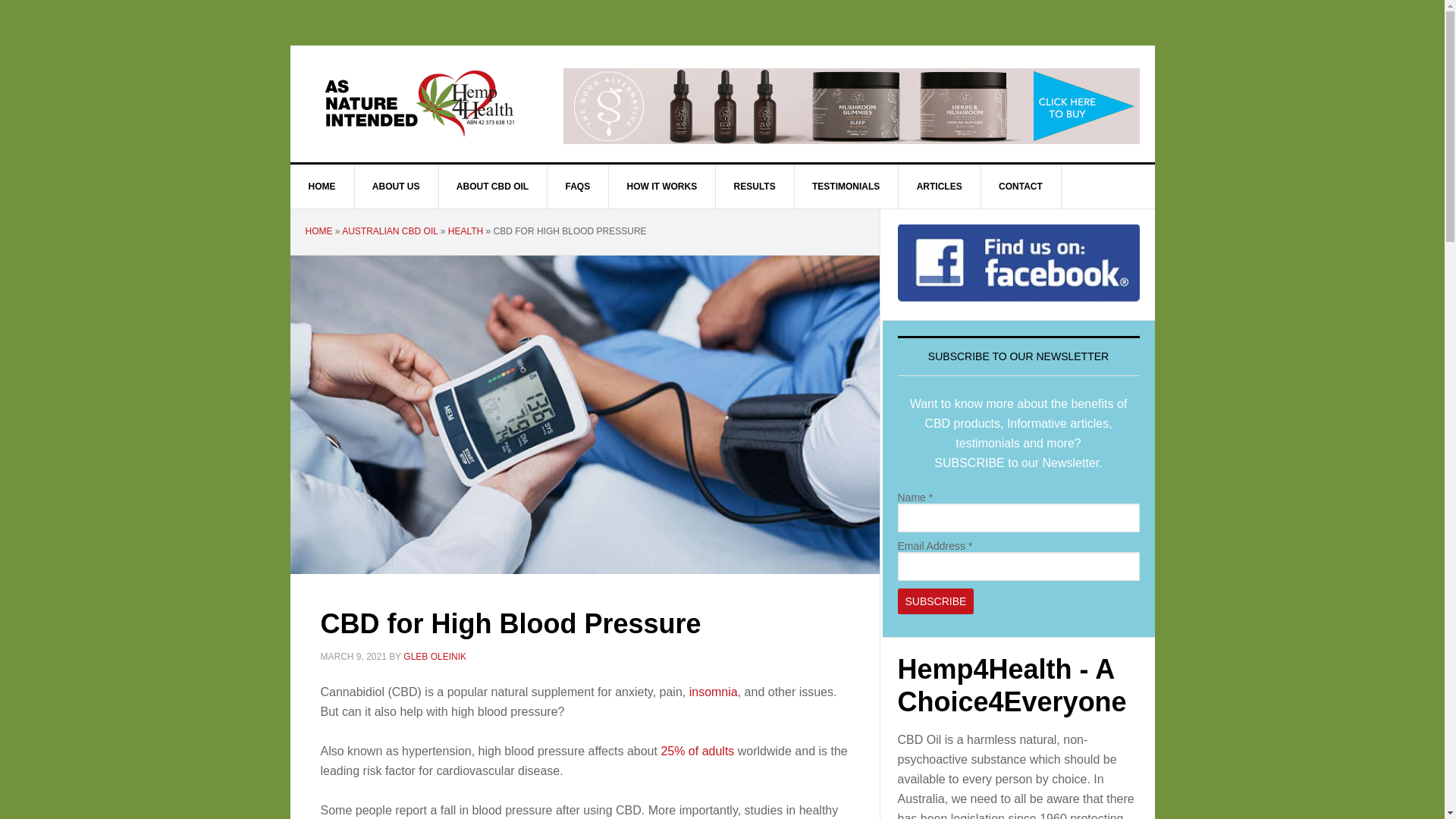 The height and width of the screenshot is (819, 1456). I want to click on 'Skip to primary navigation', so click(0, 0).